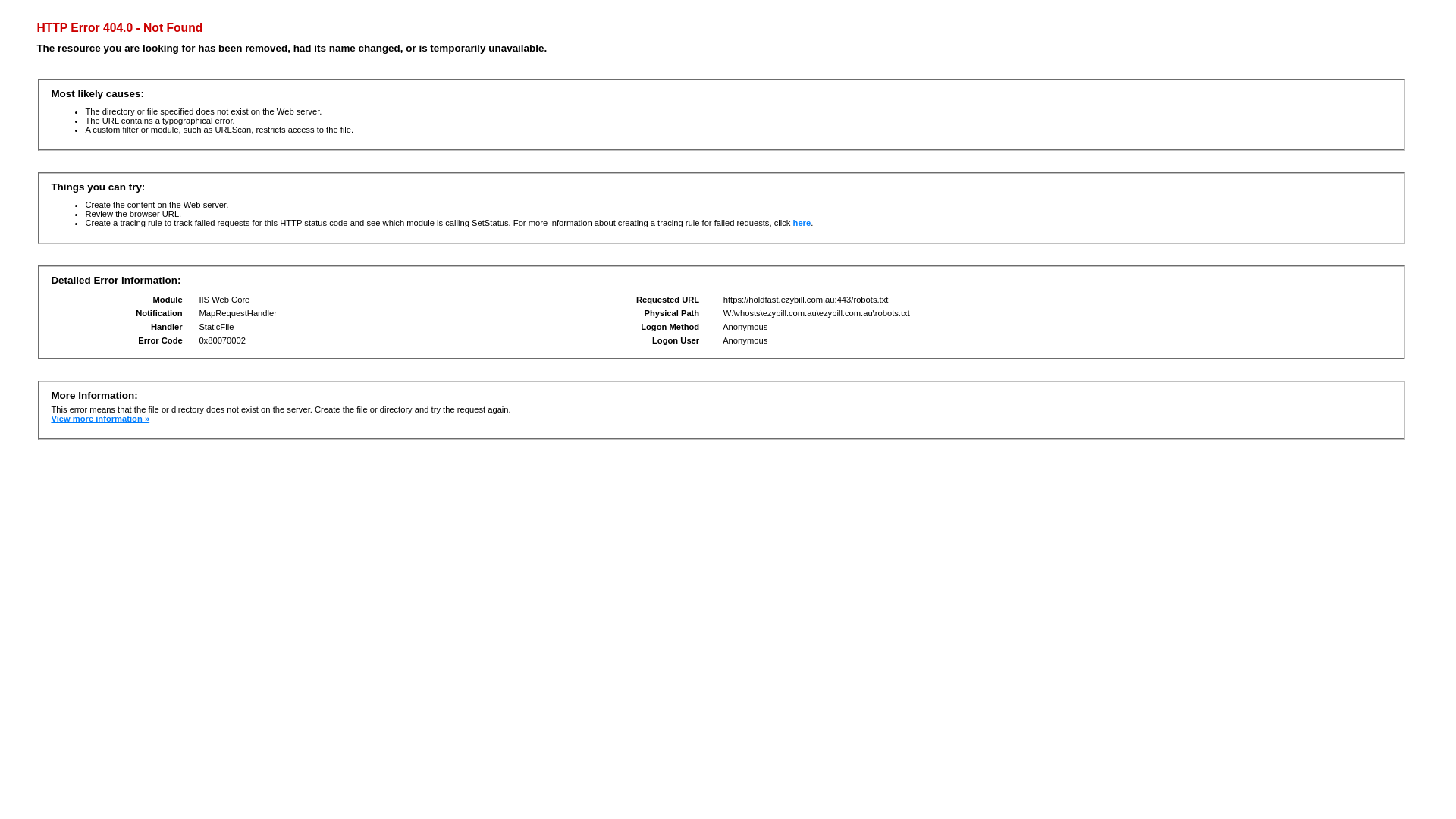 Image resolution: width=1456 pixels, height=819 pixels. I want to click on 'here', so click(801, 222).